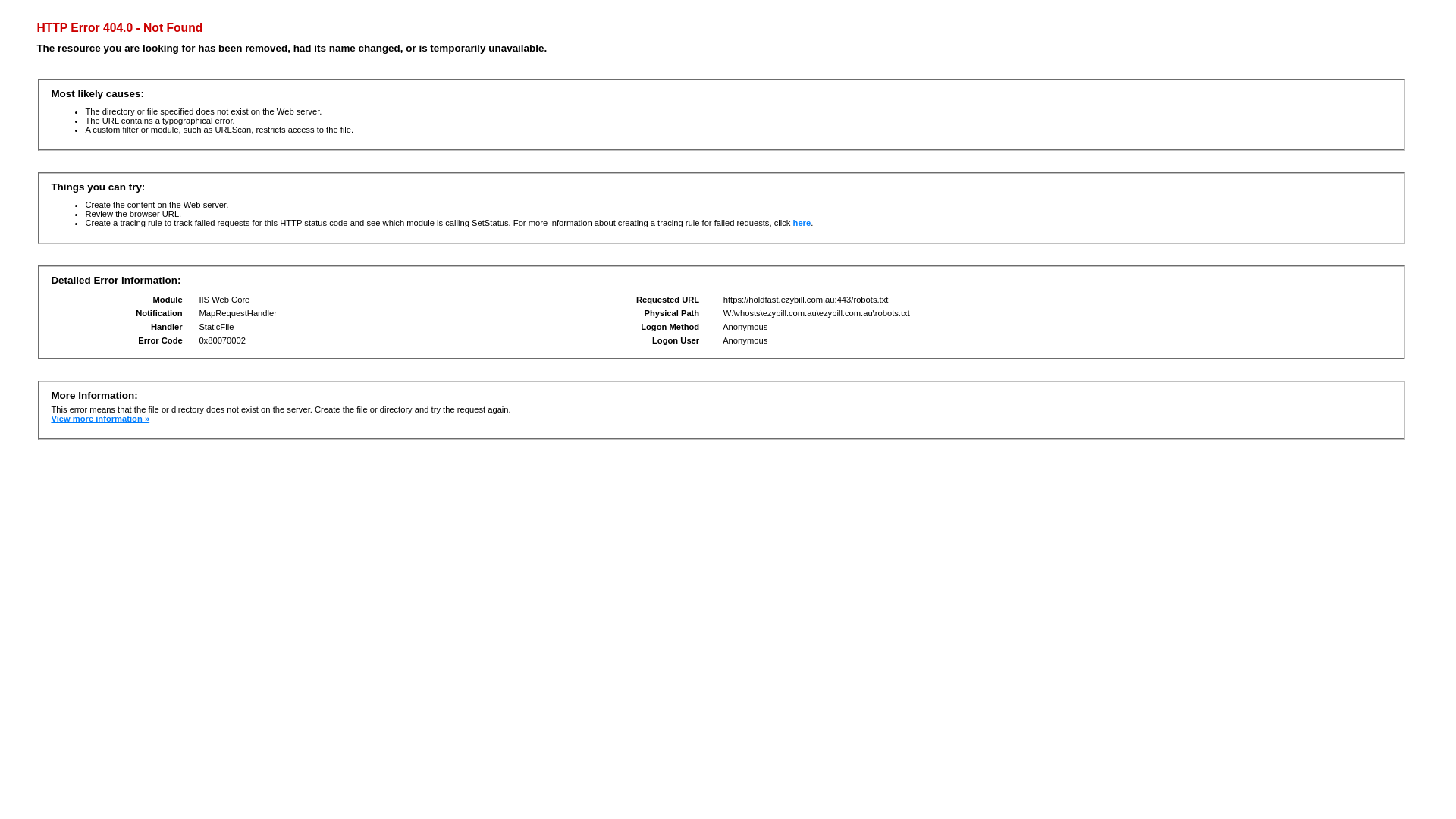 Image resolution: width=1456 pixels, height=819 pixels. I want to click on 'here', so click(801, 222).